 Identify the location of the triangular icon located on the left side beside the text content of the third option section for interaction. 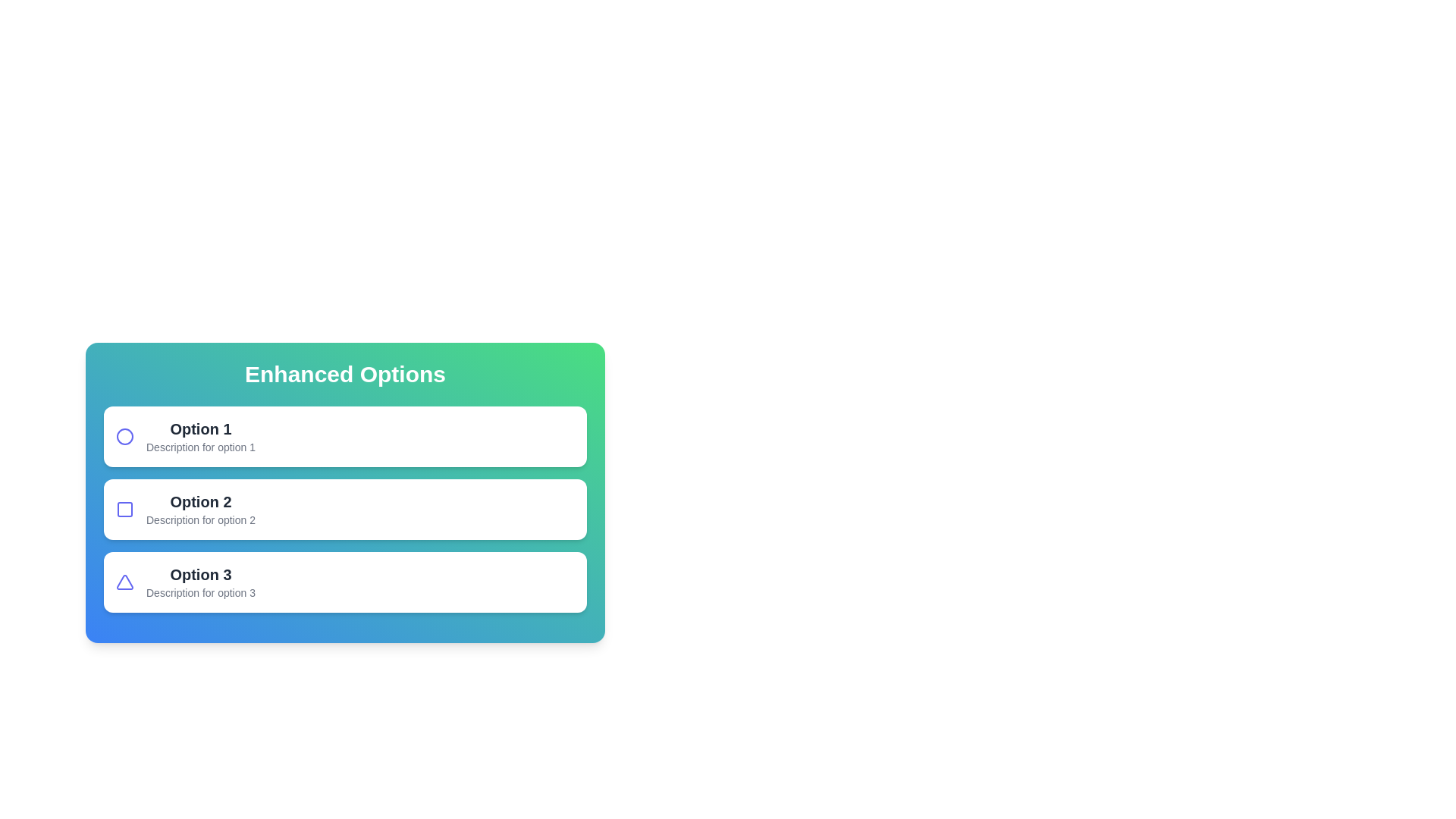
(124, 581).